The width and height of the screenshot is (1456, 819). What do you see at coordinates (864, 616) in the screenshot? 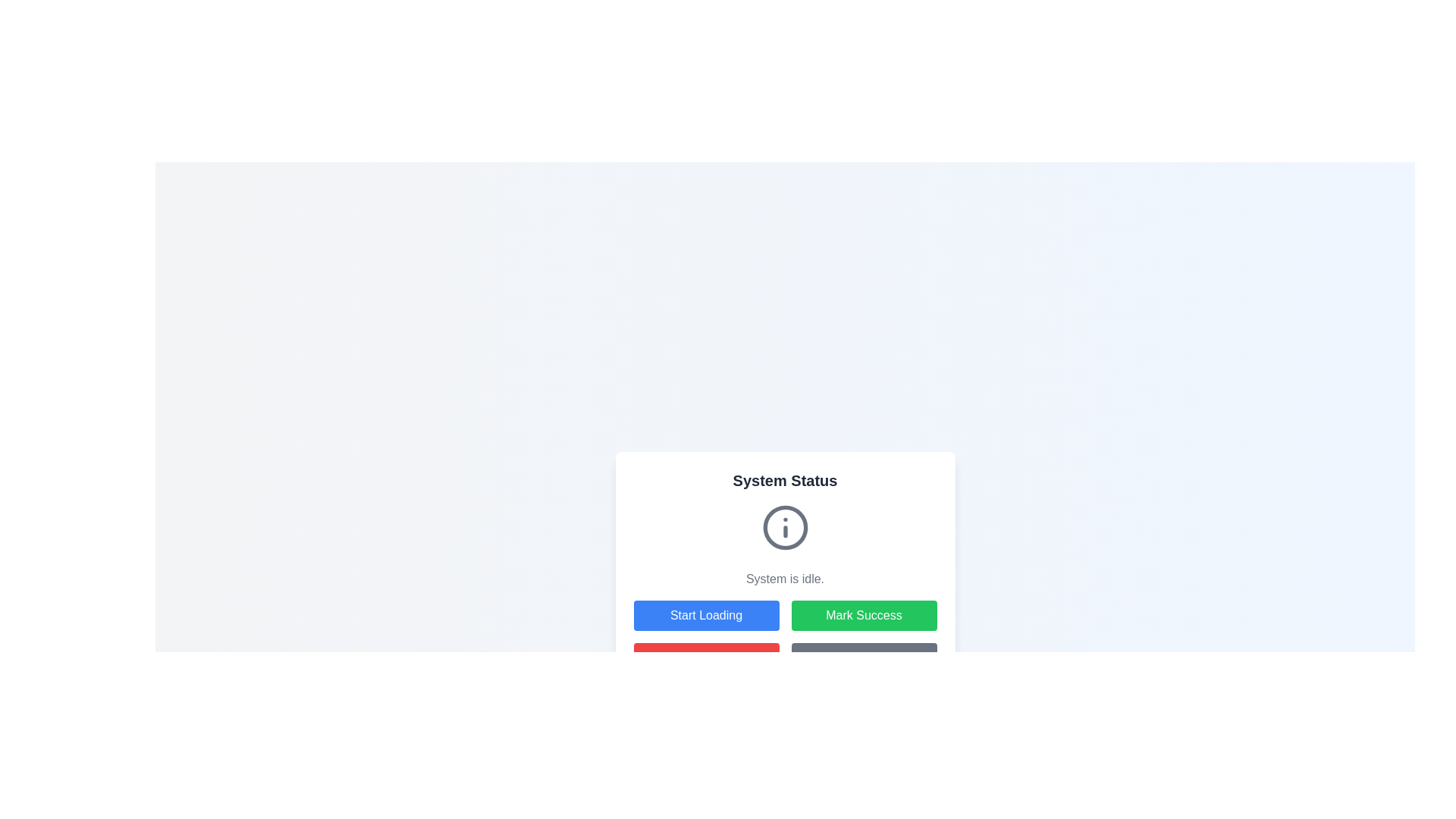
I see `the 'Mark Success' button, which has a green background and white text, located in the second column of the first row in a 2x2 grid layout` at bounding box center [864, 616].